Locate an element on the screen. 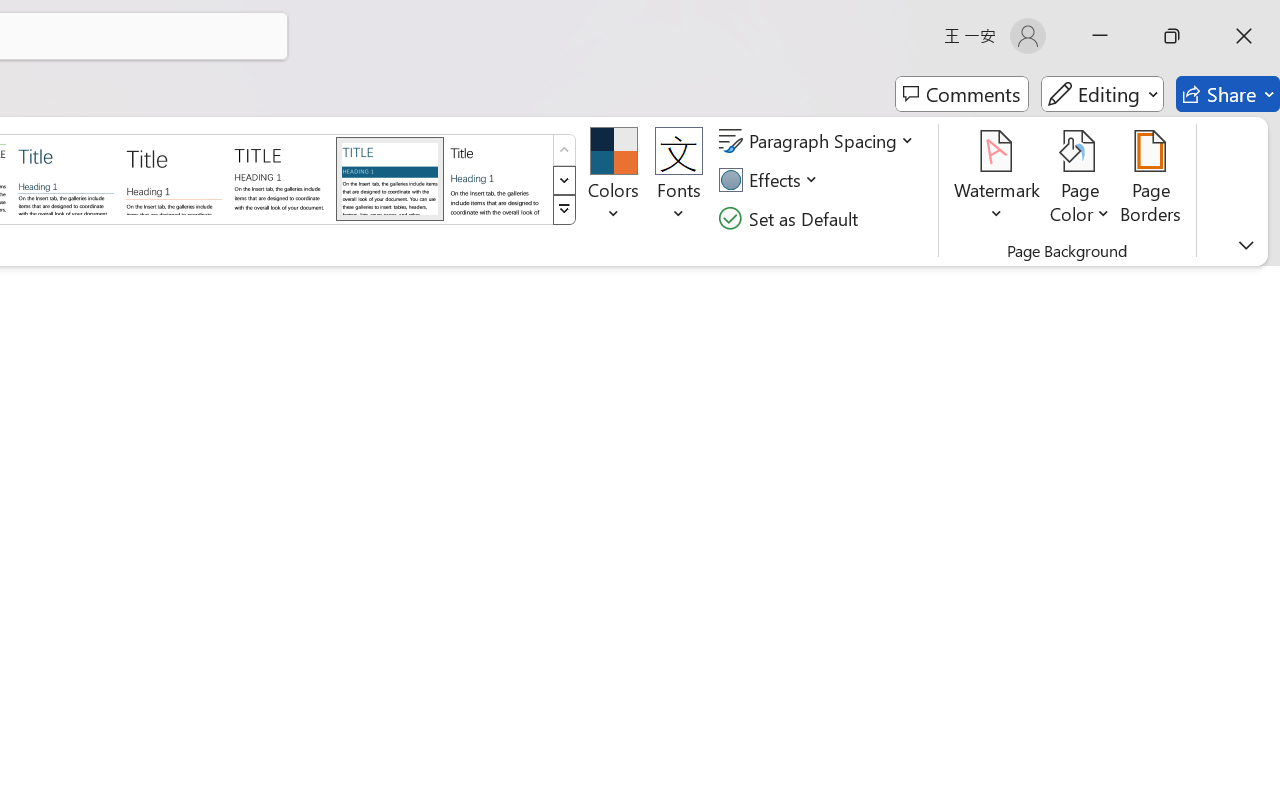 Image resolution: width=1280 pixels, height=800 pixels. 'Minimize' is located at coordinates (1099, 35).